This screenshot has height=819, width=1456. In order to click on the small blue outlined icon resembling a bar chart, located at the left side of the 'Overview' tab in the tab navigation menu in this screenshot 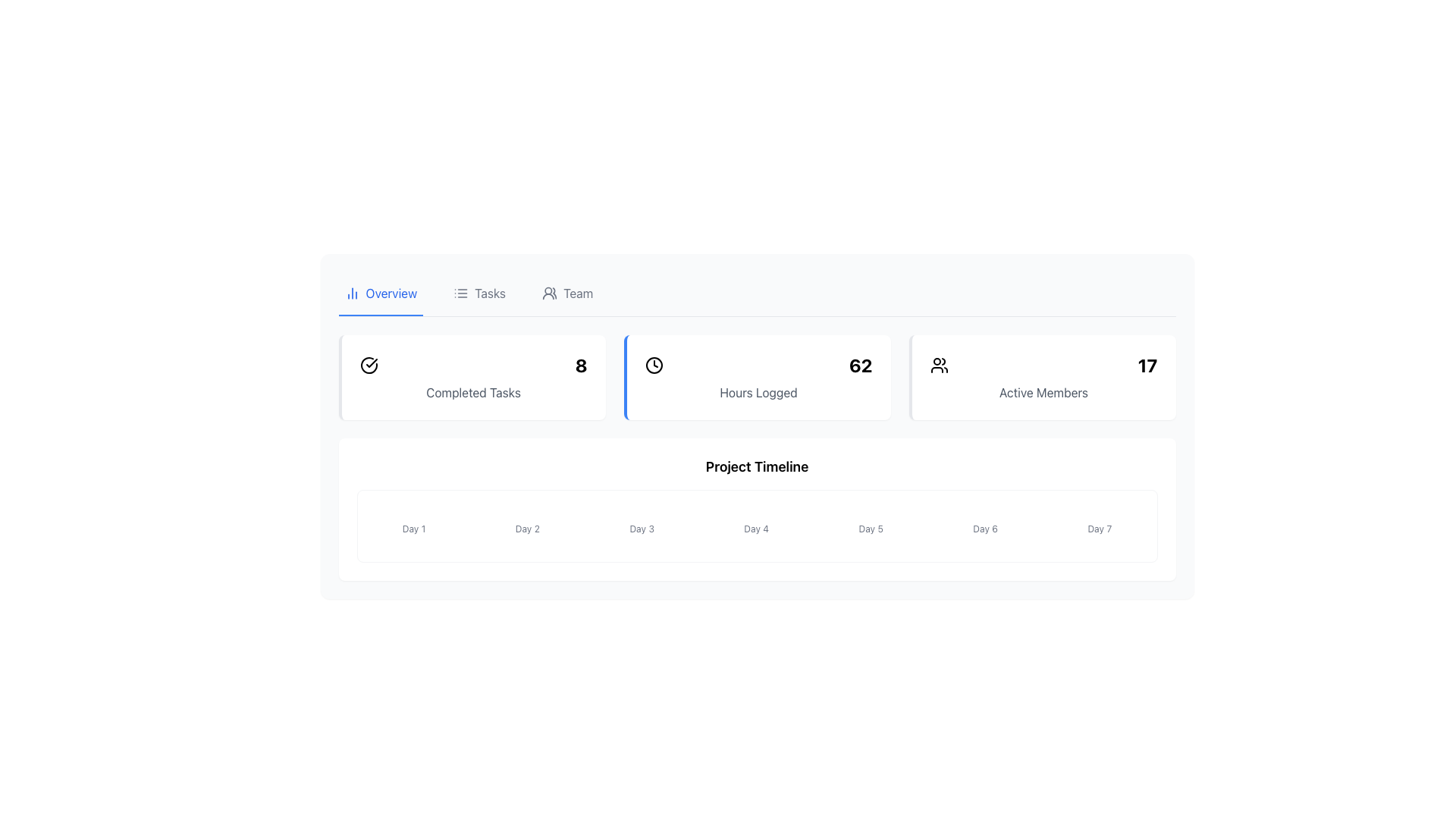, I will do `click(351, 293)`.